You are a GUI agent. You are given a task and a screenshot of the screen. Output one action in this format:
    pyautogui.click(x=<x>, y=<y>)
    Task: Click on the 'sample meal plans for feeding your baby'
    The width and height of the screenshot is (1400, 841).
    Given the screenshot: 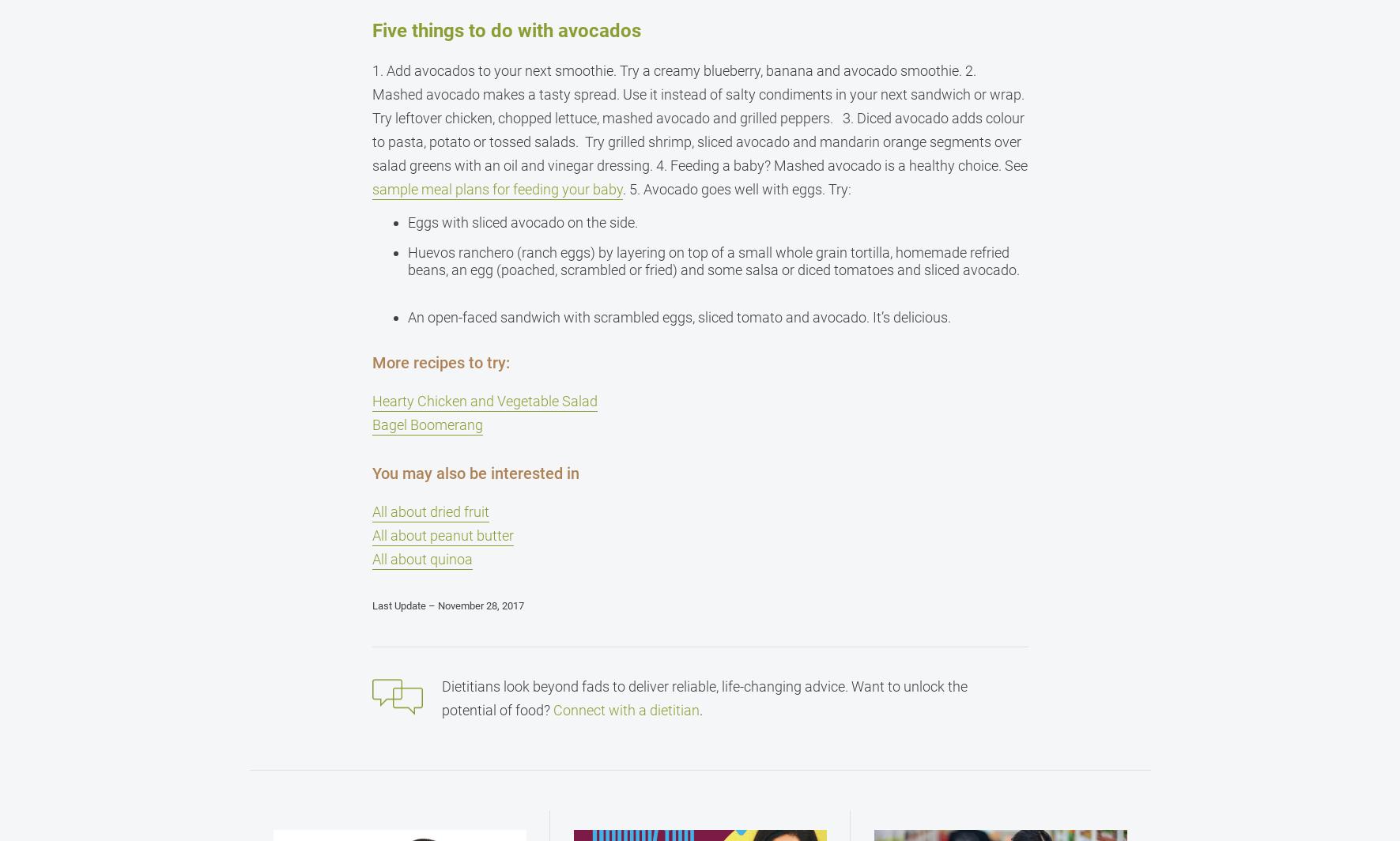 What is the action you would take?
    pyautogui.click(x=372, y=189)
    